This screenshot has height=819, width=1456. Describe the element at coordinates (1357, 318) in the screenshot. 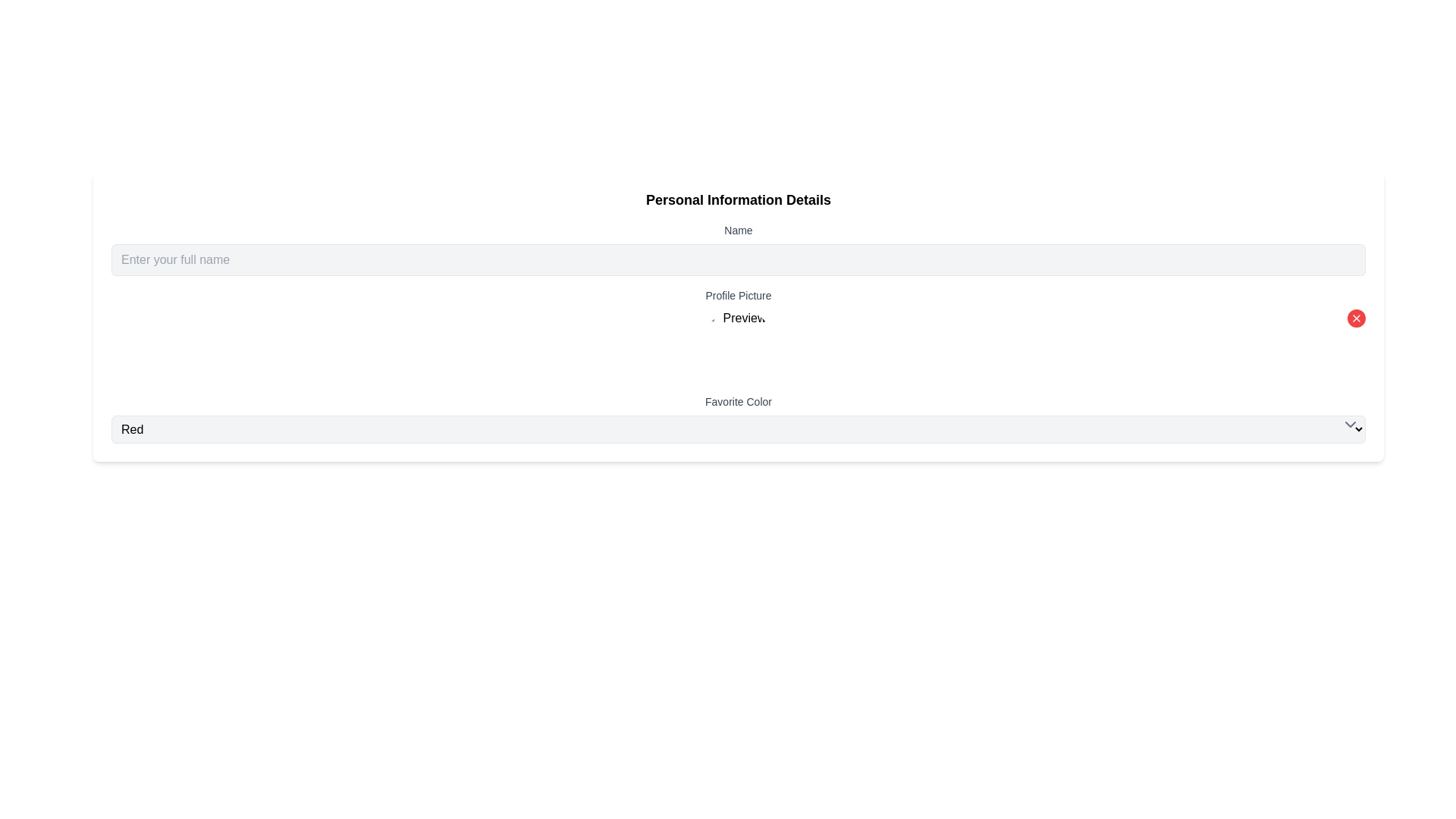

I see `the small 'X' icon, which resembles a close button, located in the top-right section of the 'Profile Picture' input field` at that location.